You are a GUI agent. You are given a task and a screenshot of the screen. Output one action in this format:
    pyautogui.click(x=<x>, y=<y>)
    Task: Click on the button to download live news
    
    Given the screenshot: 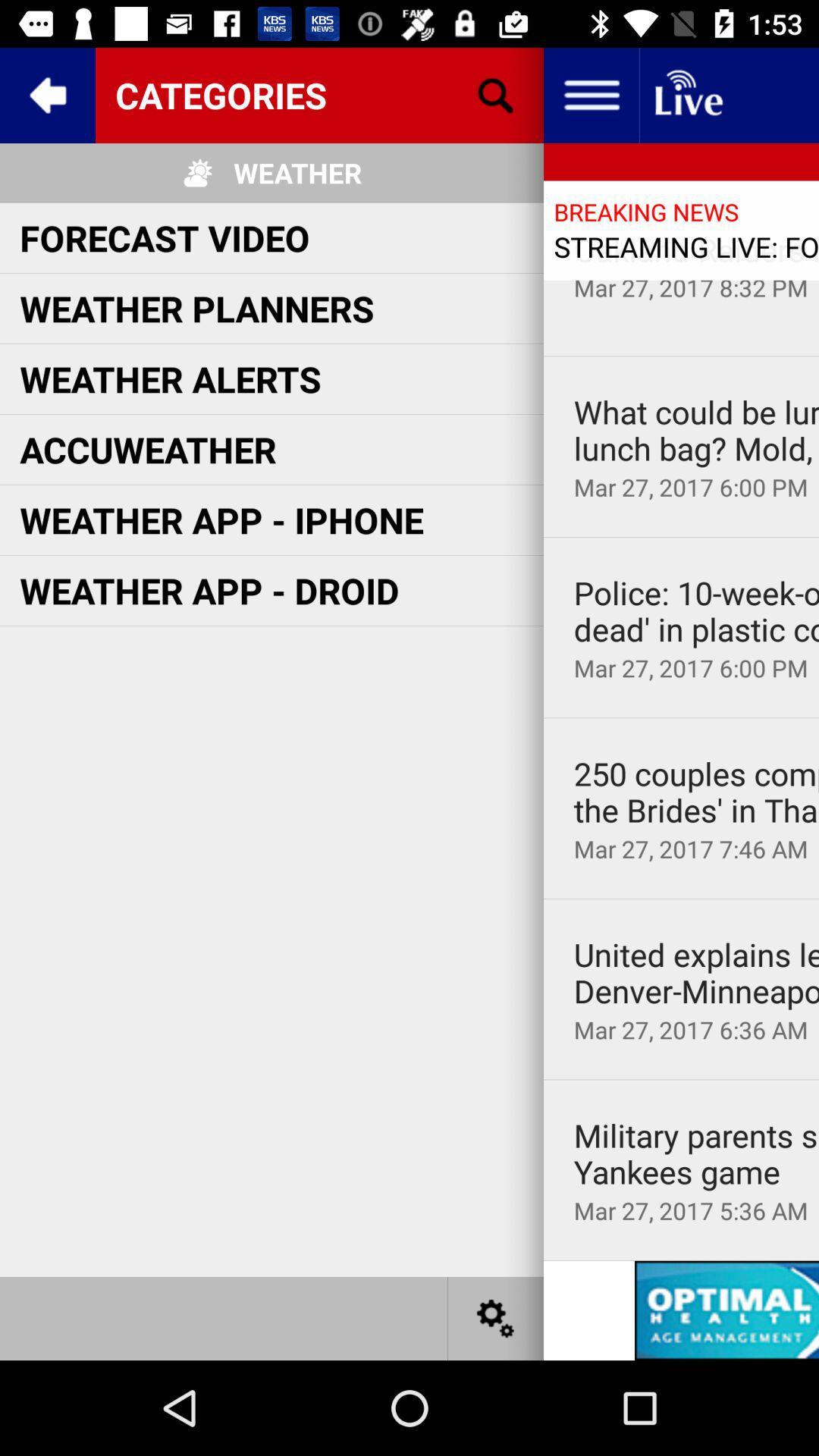 What is the action you would take?
    pyautogui.click(x=687, y=94)
    